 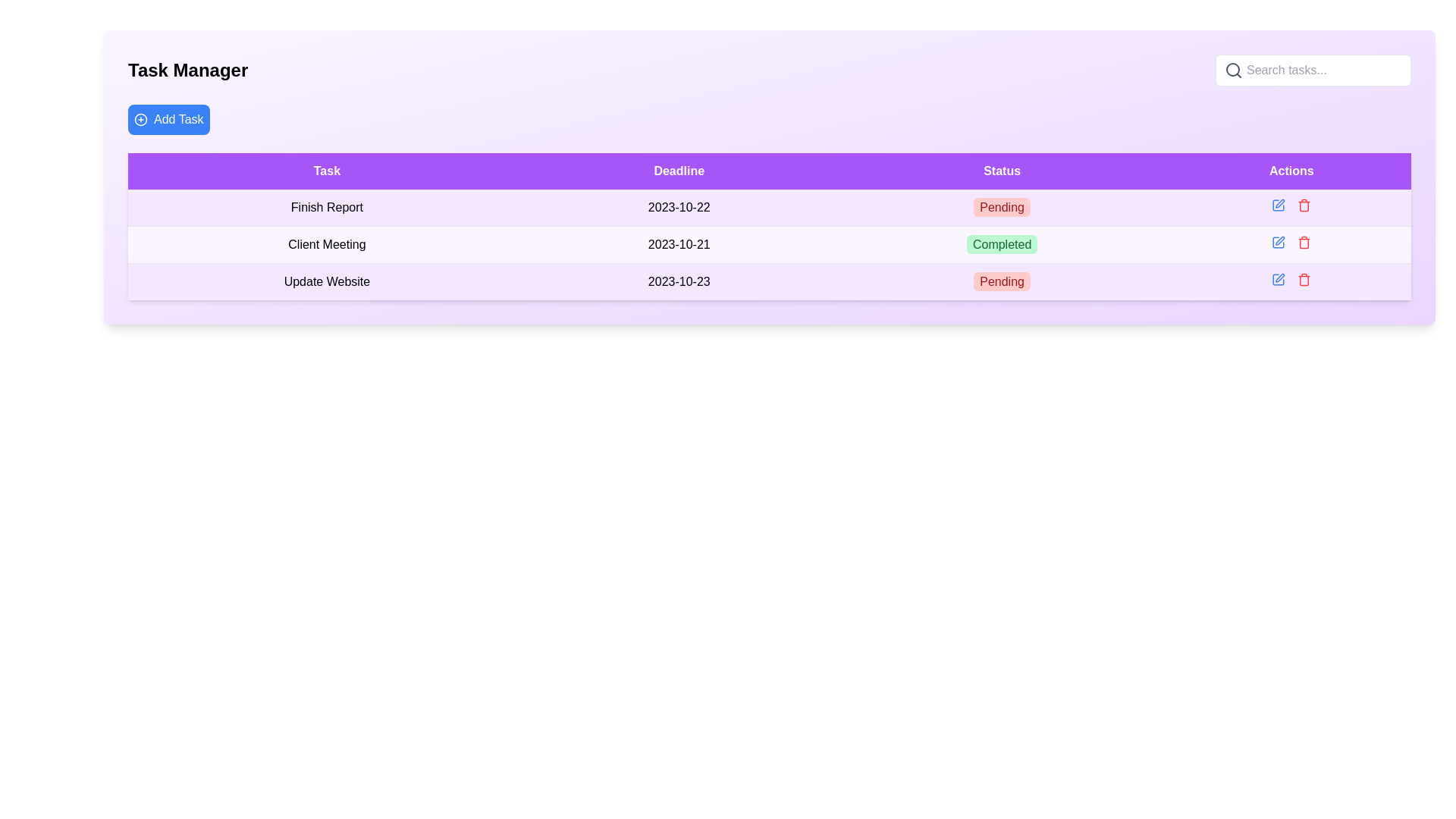 I want to click on the edit pen icon located in the 'Actions' column of the 'Task Manager' interface, so click(x=1278, y=280).